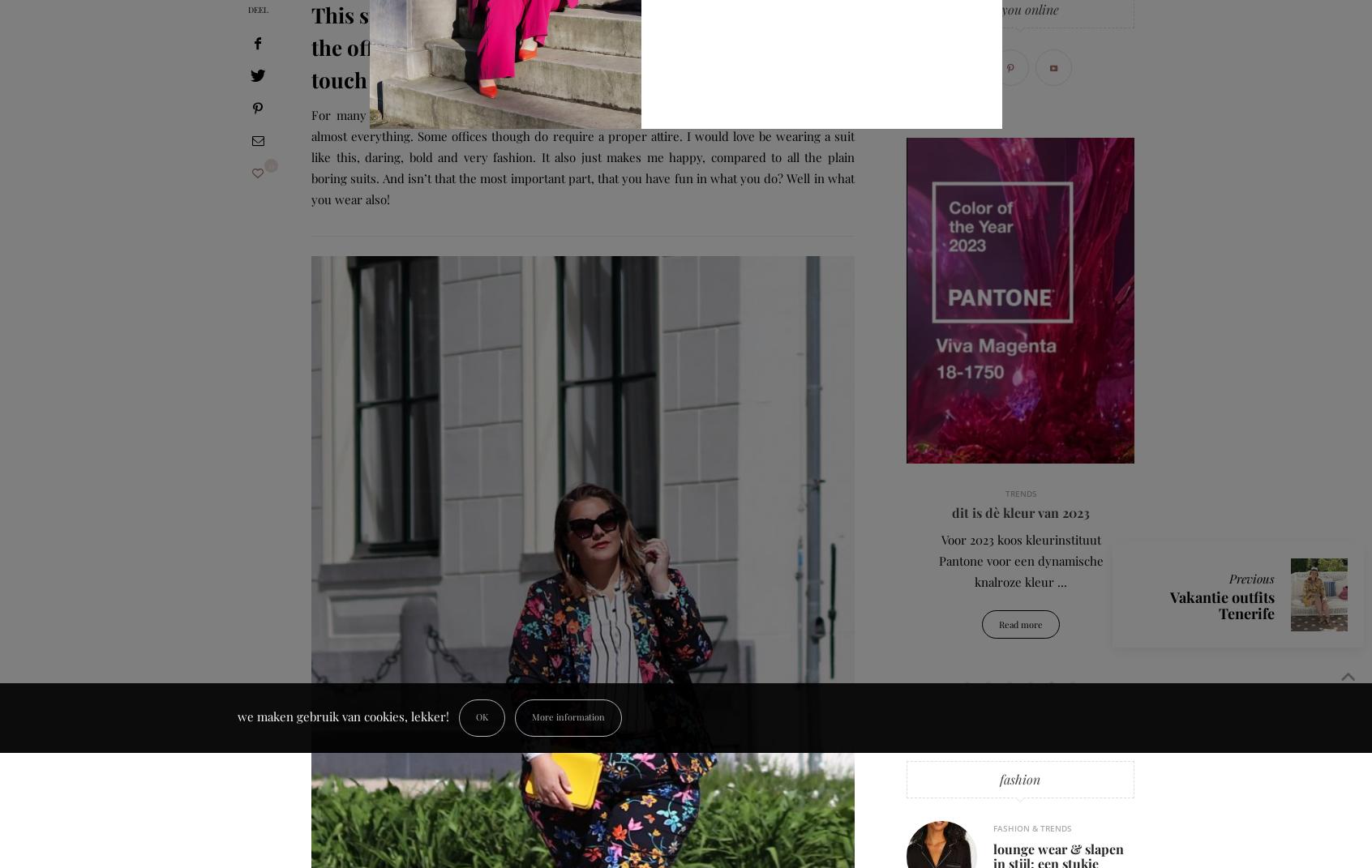 The height and width of the screenshot is (868, 1372). I want to click on 'MOM & KID', so click(1177, 493).